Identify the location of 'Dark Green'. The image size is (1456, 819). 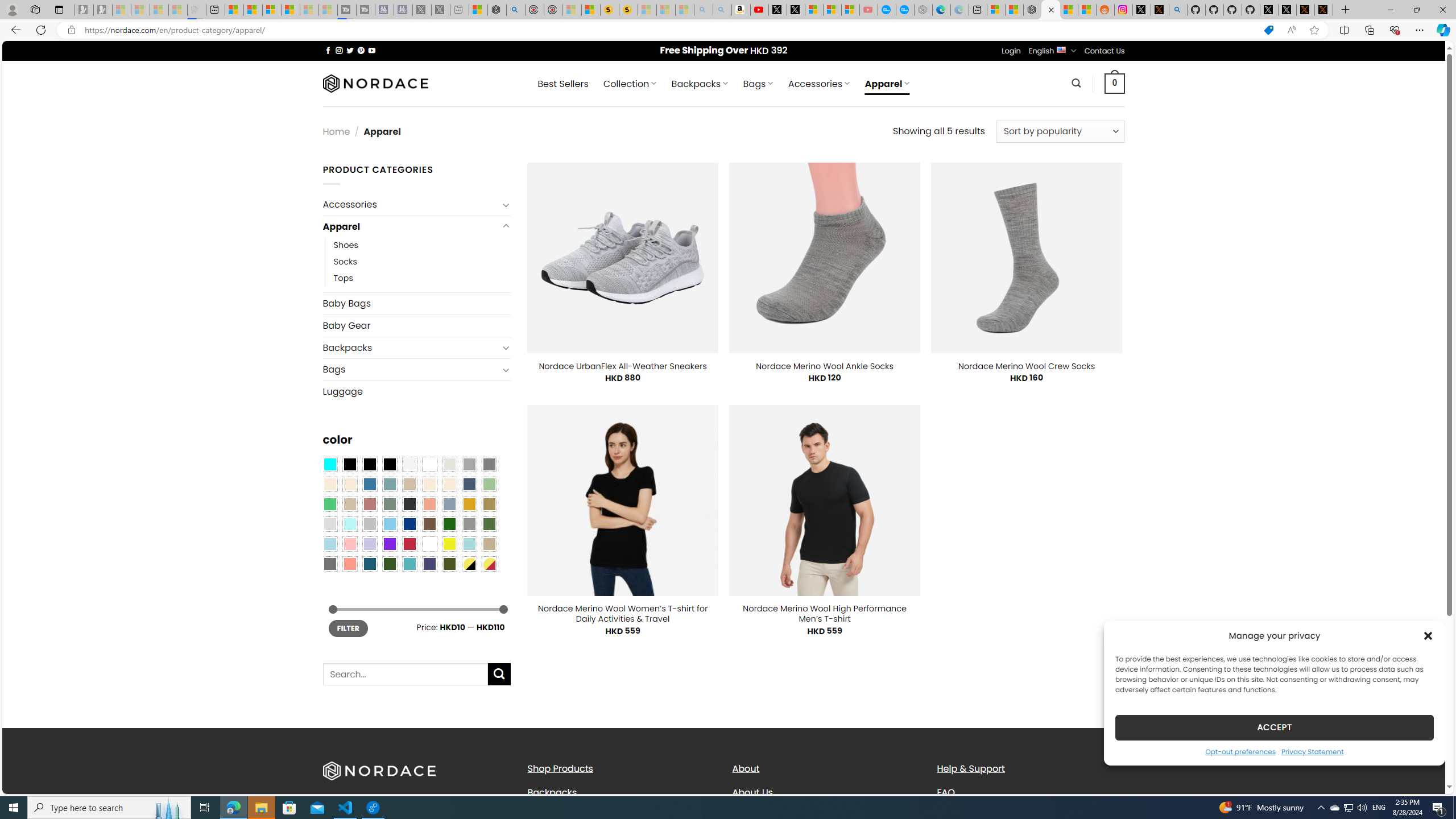
(449, 523).